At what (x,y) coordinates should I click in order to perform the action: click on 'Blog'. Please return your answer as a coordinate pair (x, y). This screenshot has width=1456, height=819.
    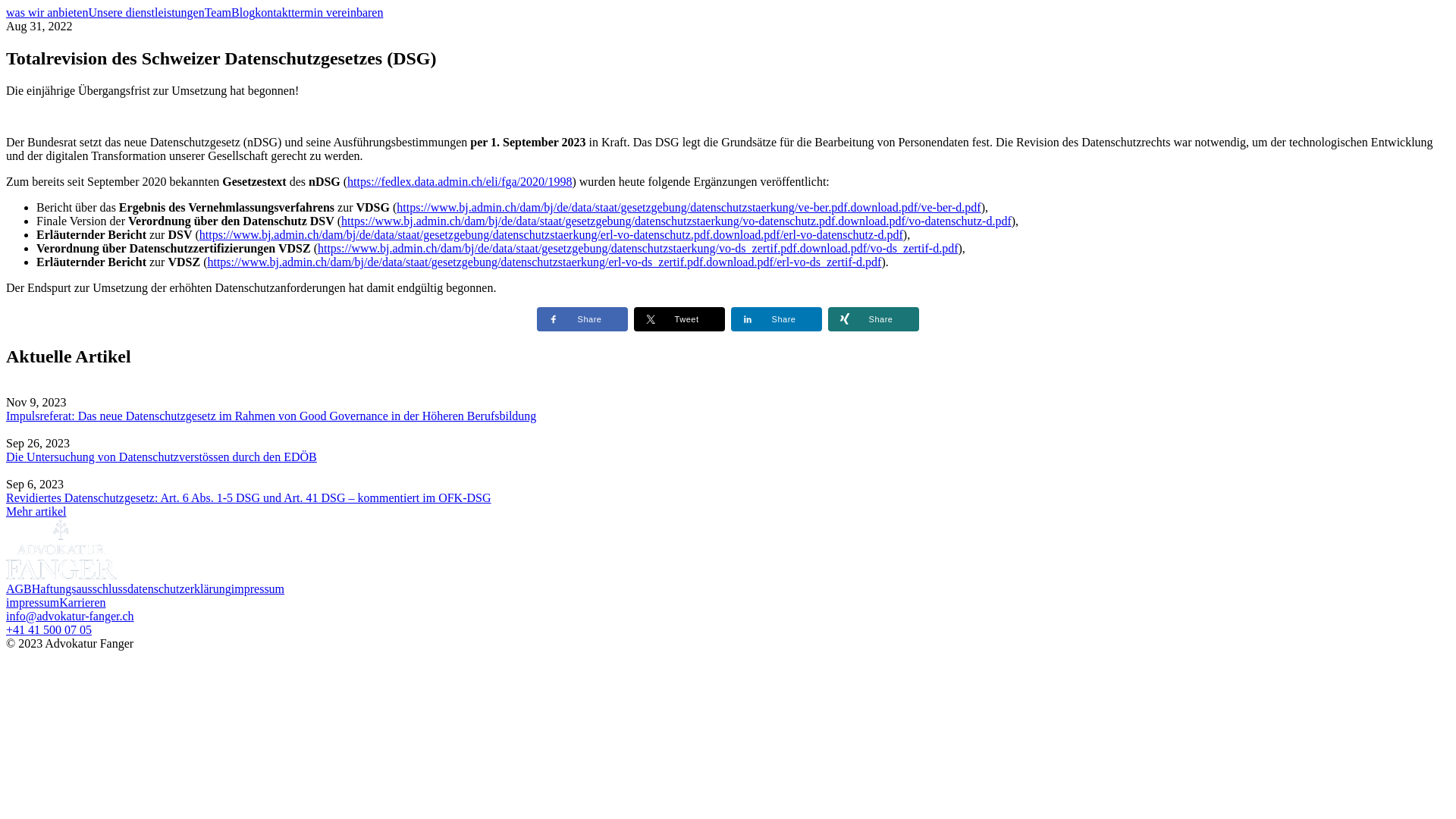
    Looking at the image, I should click on (243, 12).